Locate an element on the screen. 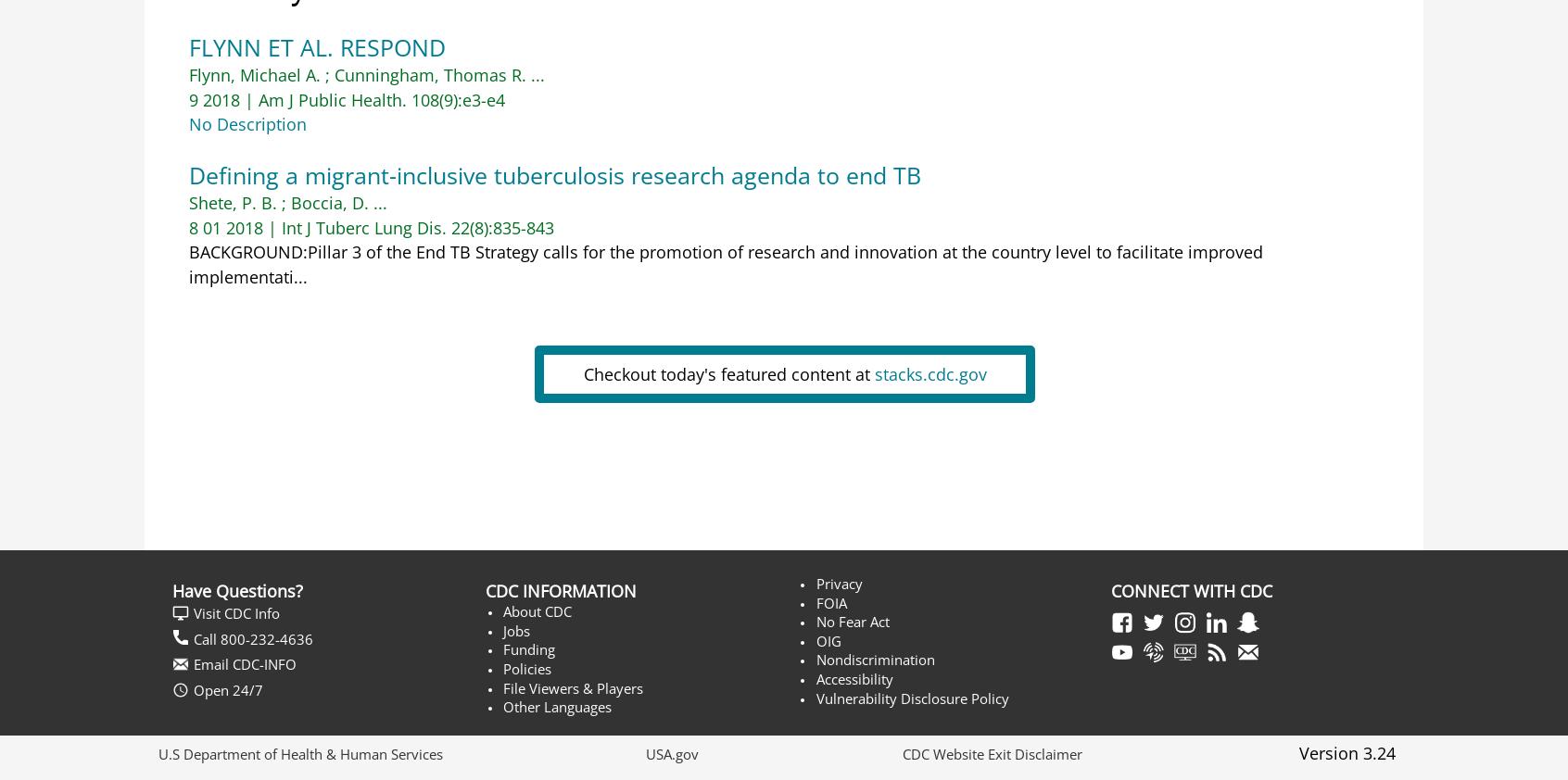  'Shete, P. B.' is located at coordinates (232, 203).